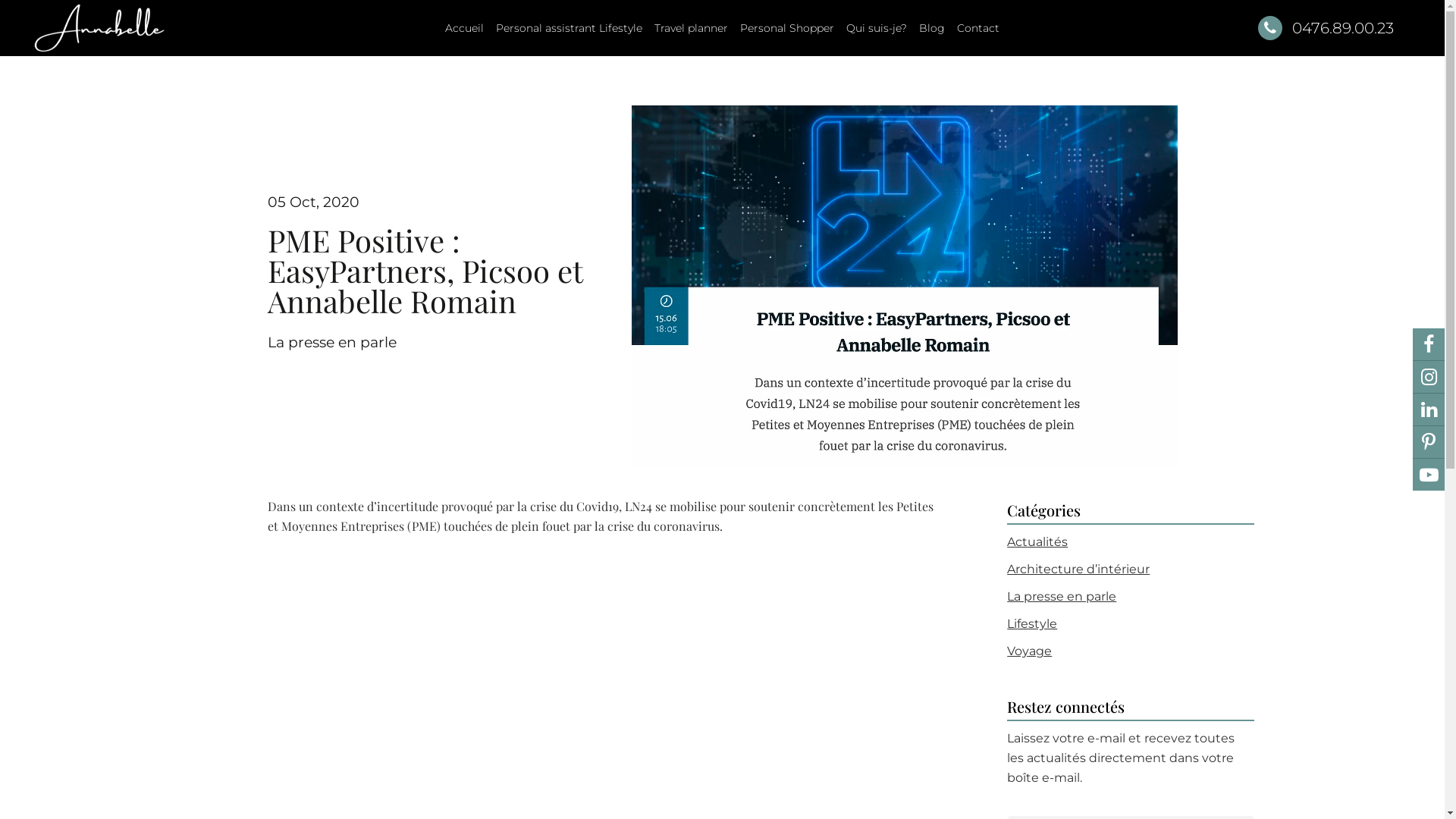 The width and height of the screenshot is (1456, 819). Describe the element at coordinates (877, 28) in the screenshot. I see `'Qui suis-je?'` at that location.